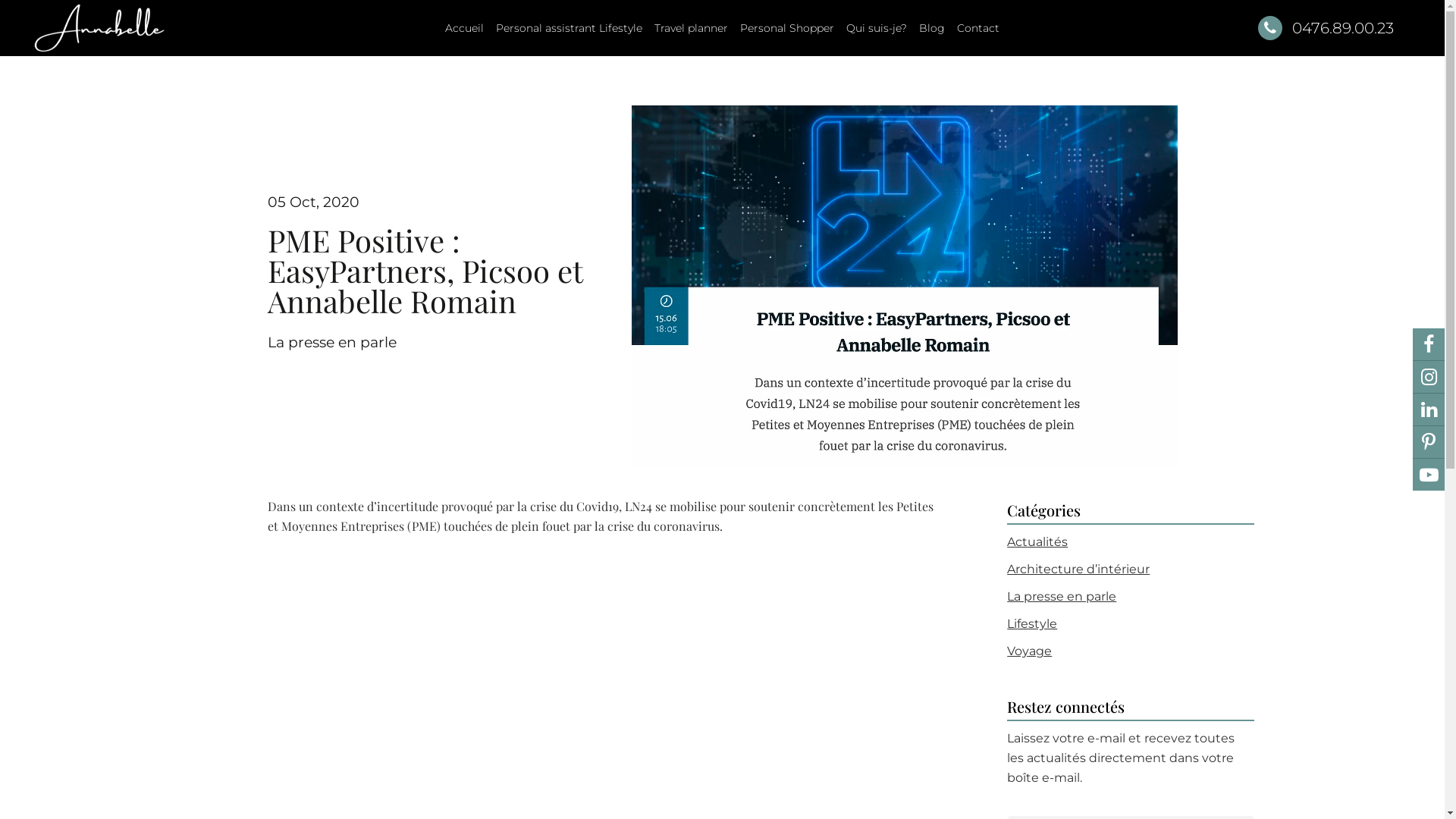 The width and height of the screenshot is (1456, 819). Describe the element at coordinates (877, 28) in the screenshot. I see `'Qui suis-je?'` at that location.